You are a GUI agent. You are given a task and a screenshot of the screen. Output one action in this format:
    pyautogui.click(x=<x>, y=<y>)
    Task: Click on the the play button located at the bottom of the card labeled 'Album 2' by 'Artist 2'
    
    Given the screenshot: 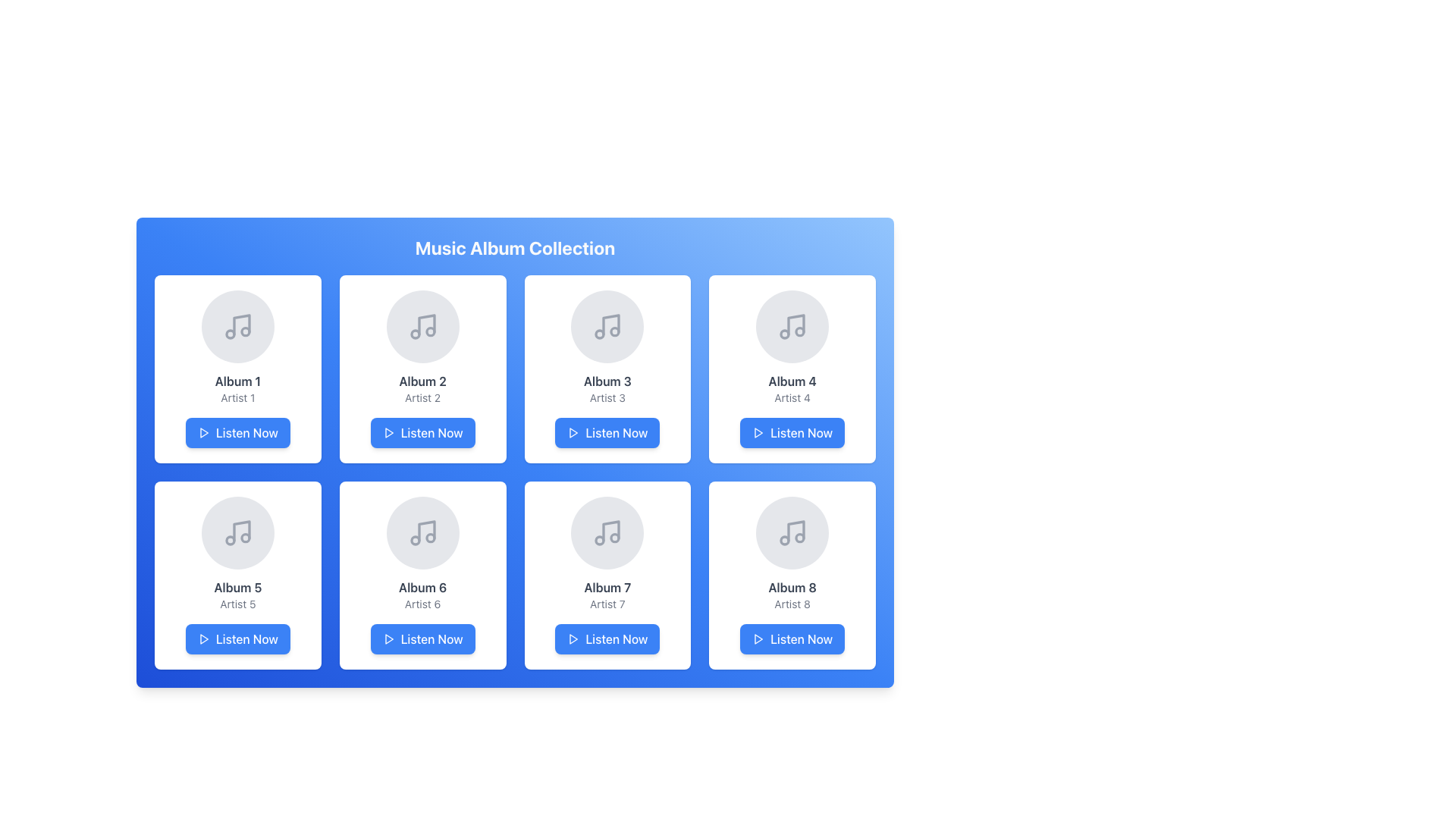 What is the action you would take?
    pyautogui.click(x=422, y=432)
    